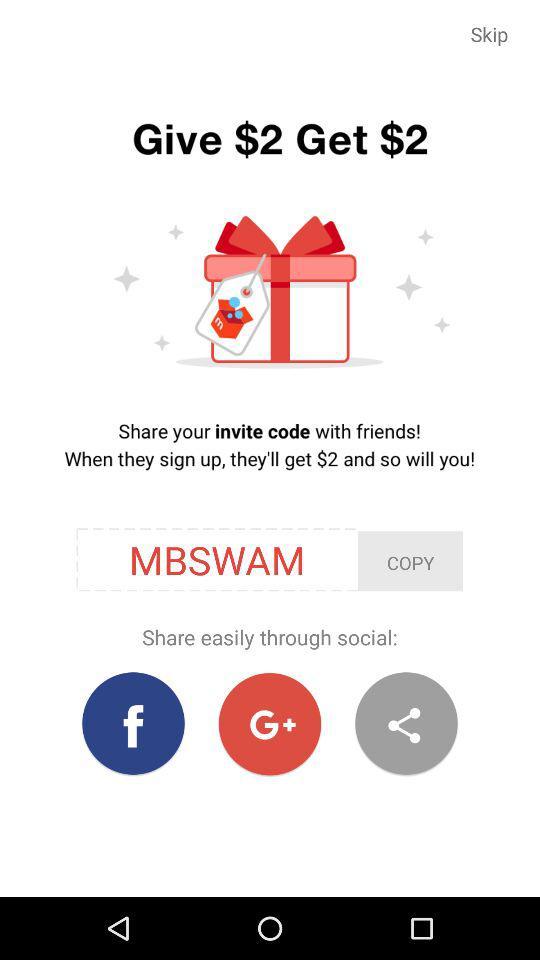 The height and width of the screenshot is (960, 540). I want to click on share the article, so click(405, 723).